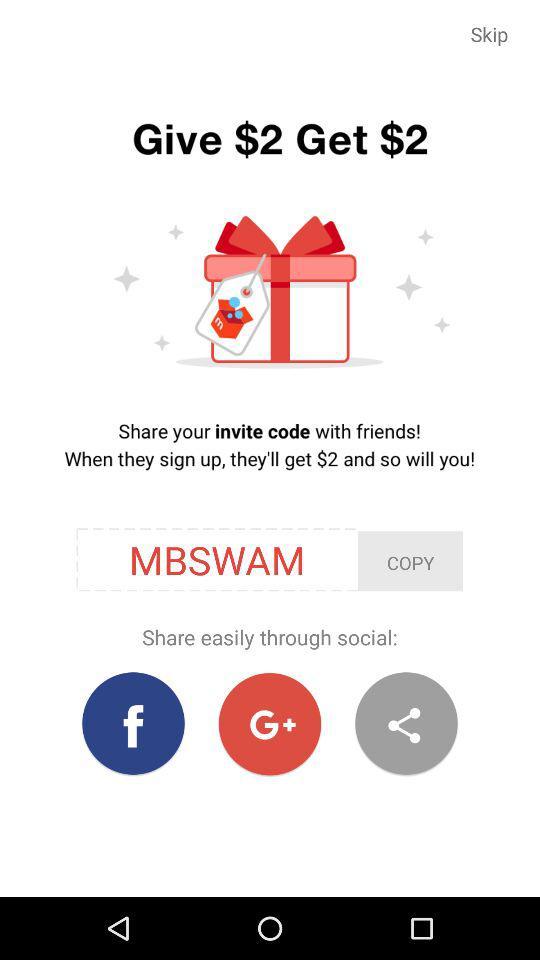 The height and width of the screenshot is (960, 540). I want to click on share the article, so click(405, 723).